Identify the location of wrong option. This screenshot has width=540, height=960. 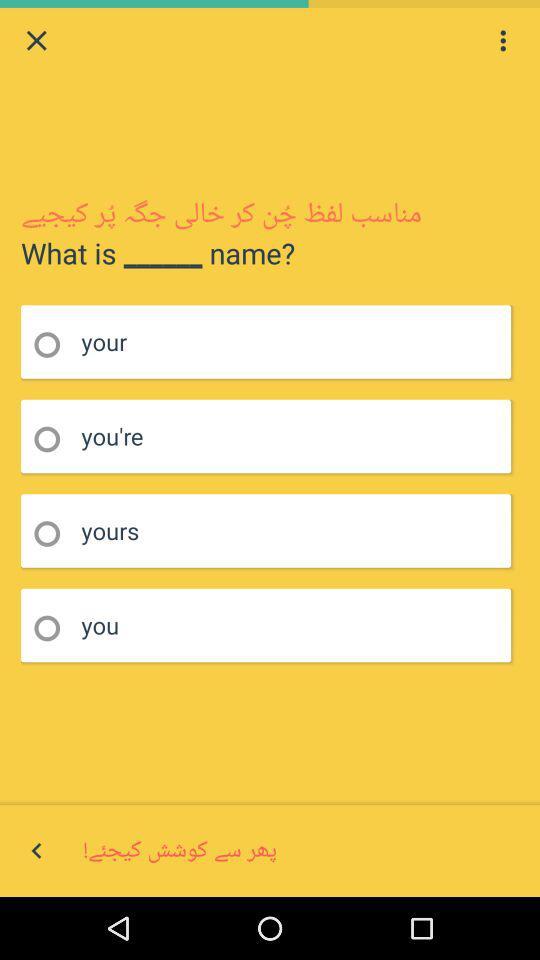
(53, 627).